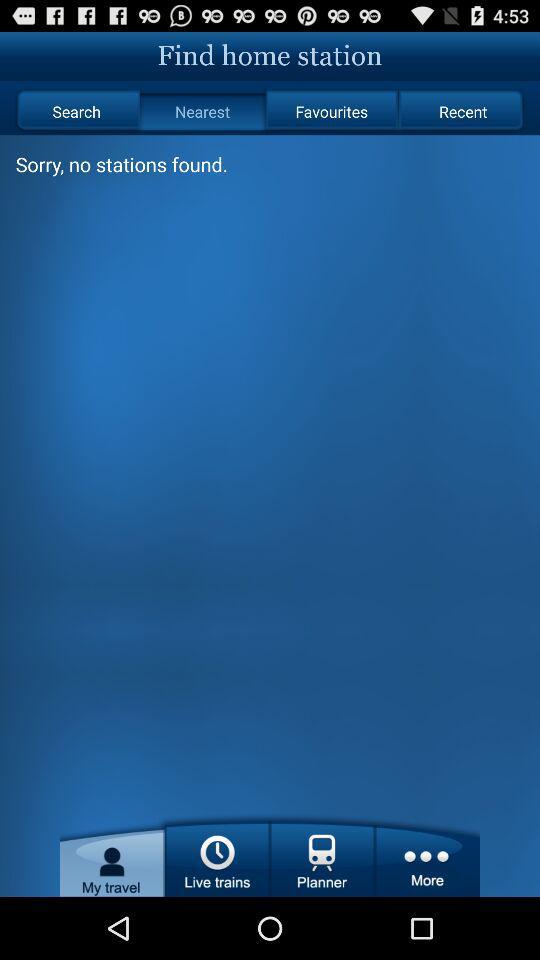 Image resolution: width=540 pixels, height=960 pixels. Describe the element at coordinates (270, 545) in the screenshot. I see `item below the sorry no stations item` at that location.